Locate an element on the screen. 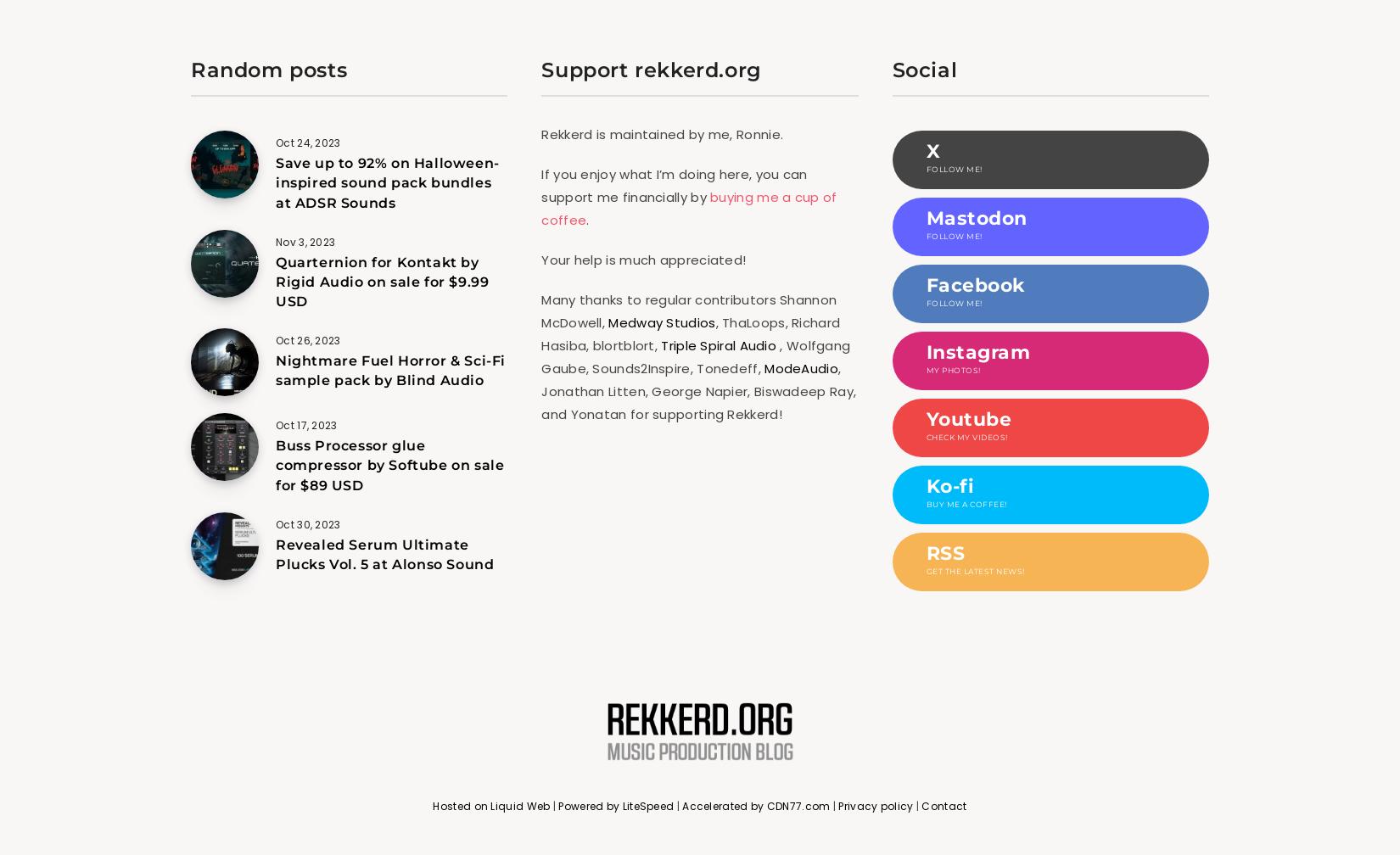  'If you enjoy what I’m doing here, you can support me financially by' is located at coordinates (673, 186).